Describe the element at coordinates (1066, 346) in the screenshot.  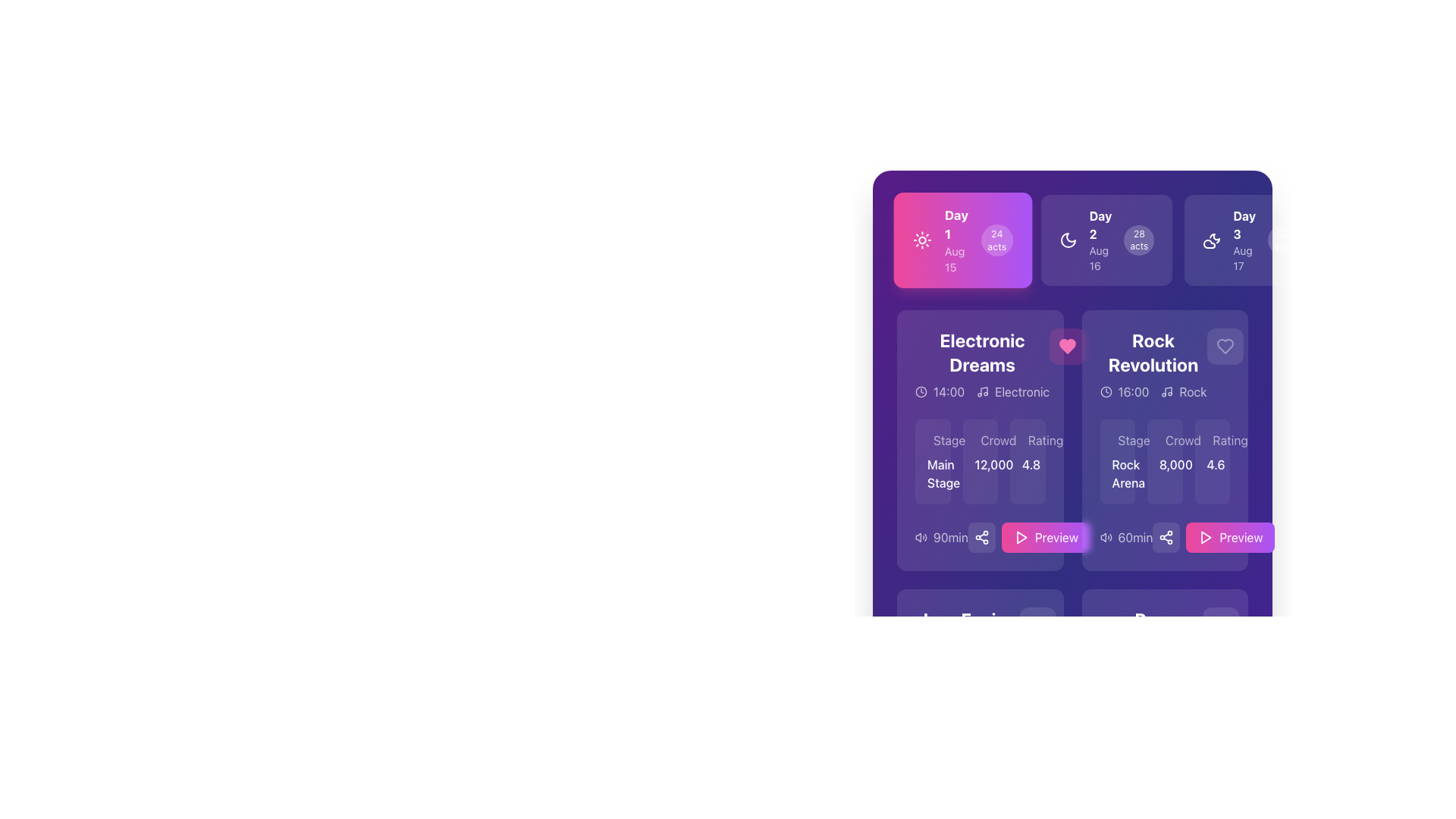
I see `the heart-shaped like/favorite button located to the right of the 'Electronic Dreams' title` at that location.